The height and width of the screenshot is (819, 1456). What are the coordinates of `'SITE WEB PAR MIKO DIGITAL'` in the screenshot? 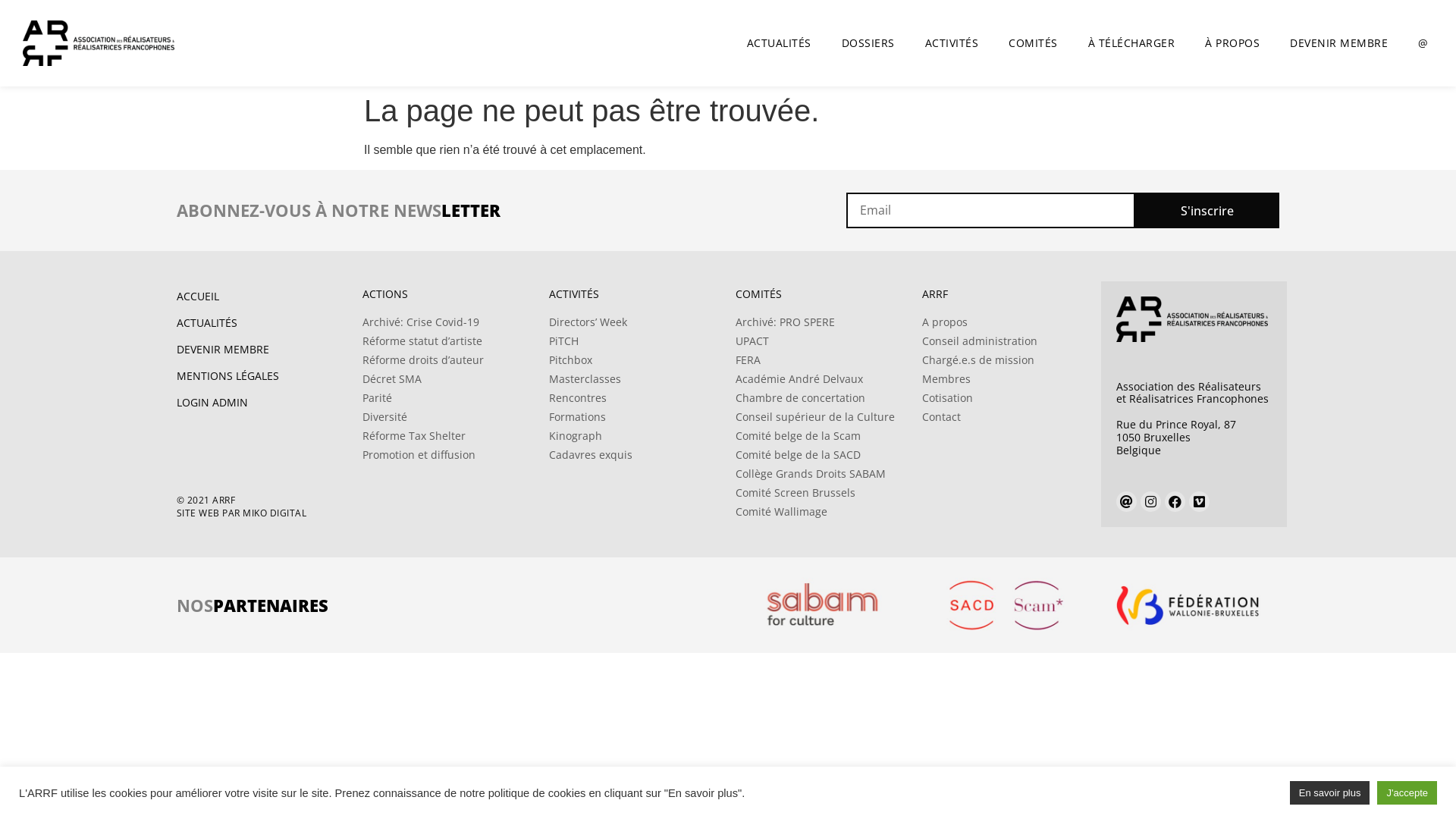 It's located at (262, 513).